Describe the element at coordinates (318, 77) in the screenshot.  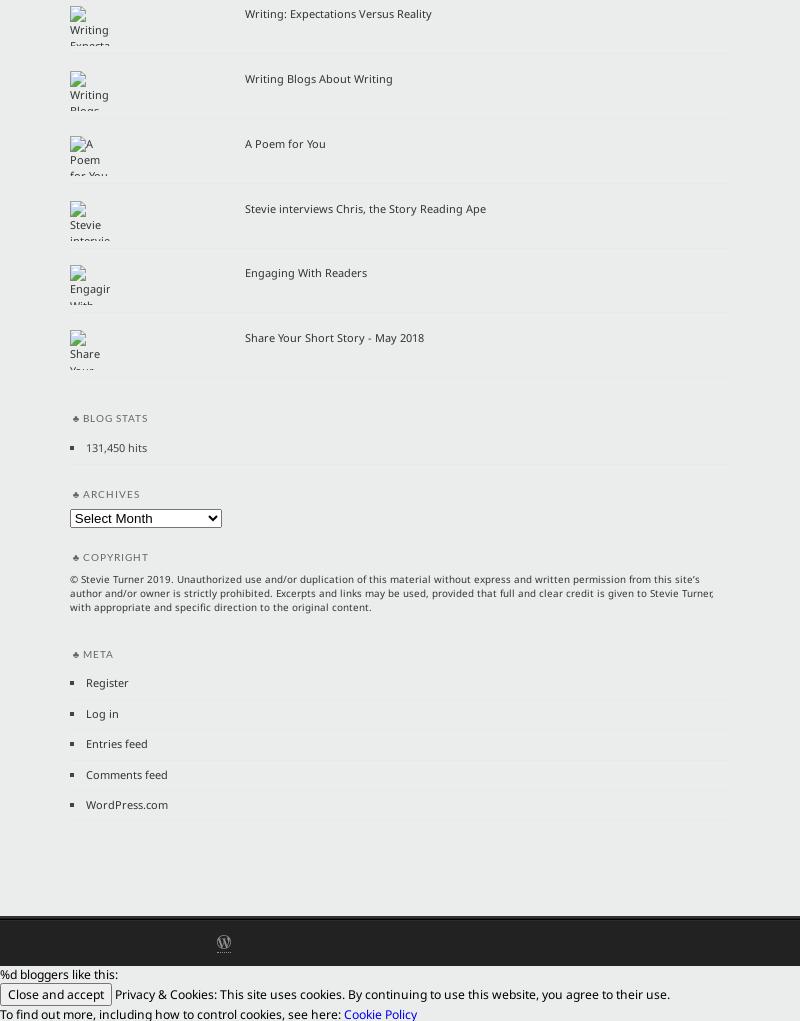
I see `'Writing Blogs About Writing'` at that location.